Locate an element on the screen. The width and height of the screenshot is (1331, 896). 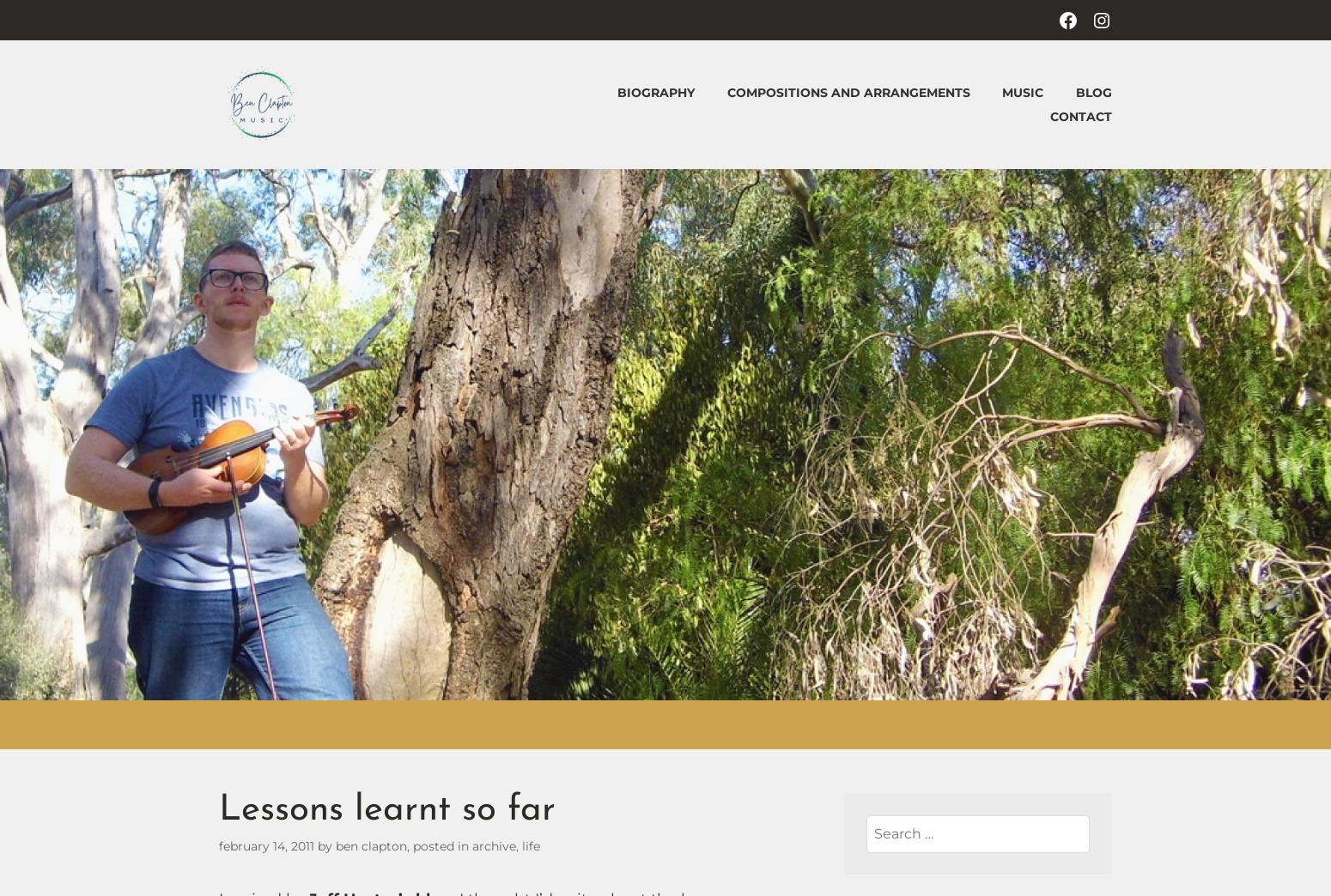
'Biography' is located at coordinates (655, 92).